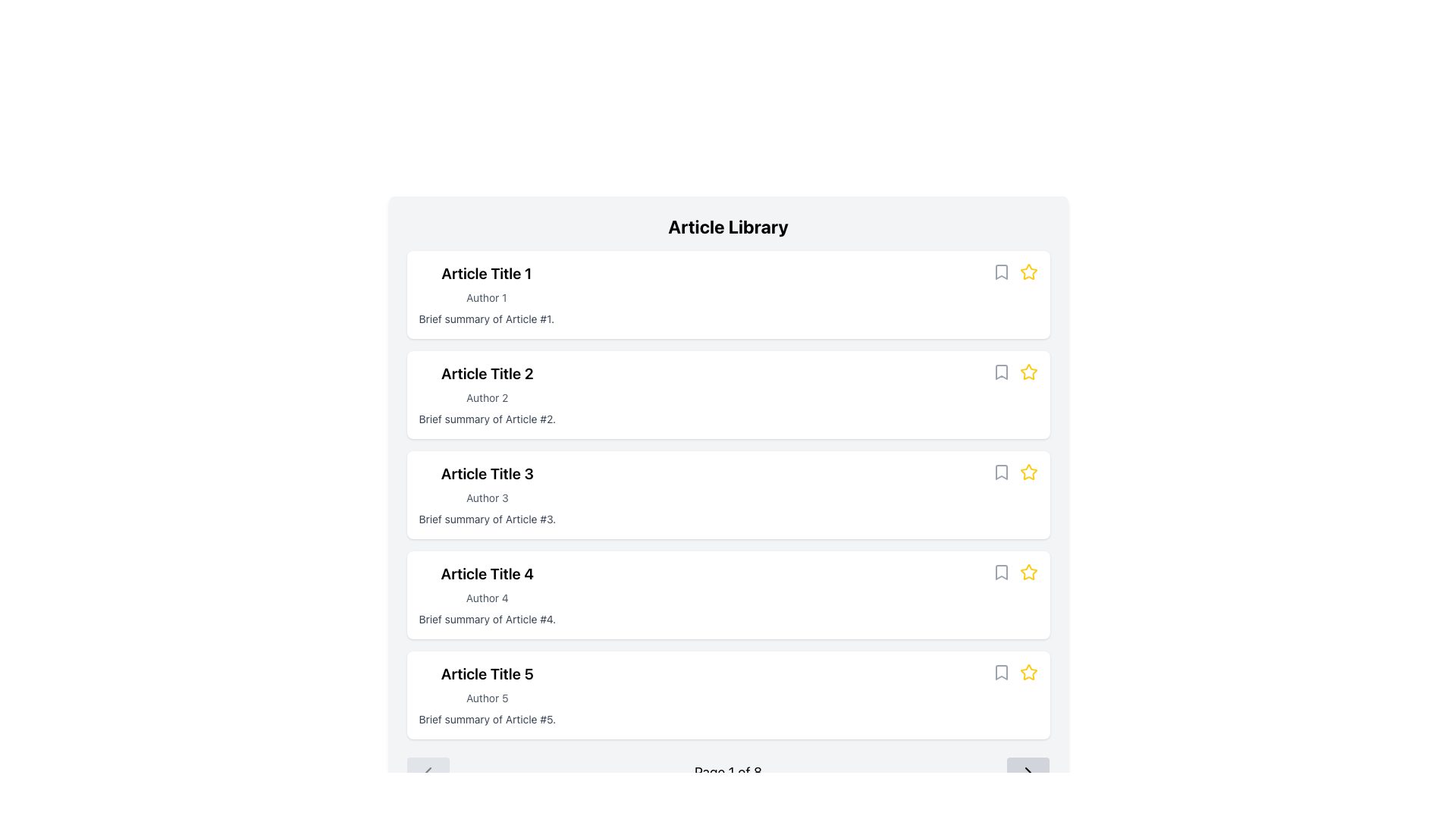  What do you see at coordinates (1001, 573) in the screenshot?
I see `the gray bookmark icon located to the right of 'Article Title 4', adjacent to the star icon` at bounding box center [1001, 573].